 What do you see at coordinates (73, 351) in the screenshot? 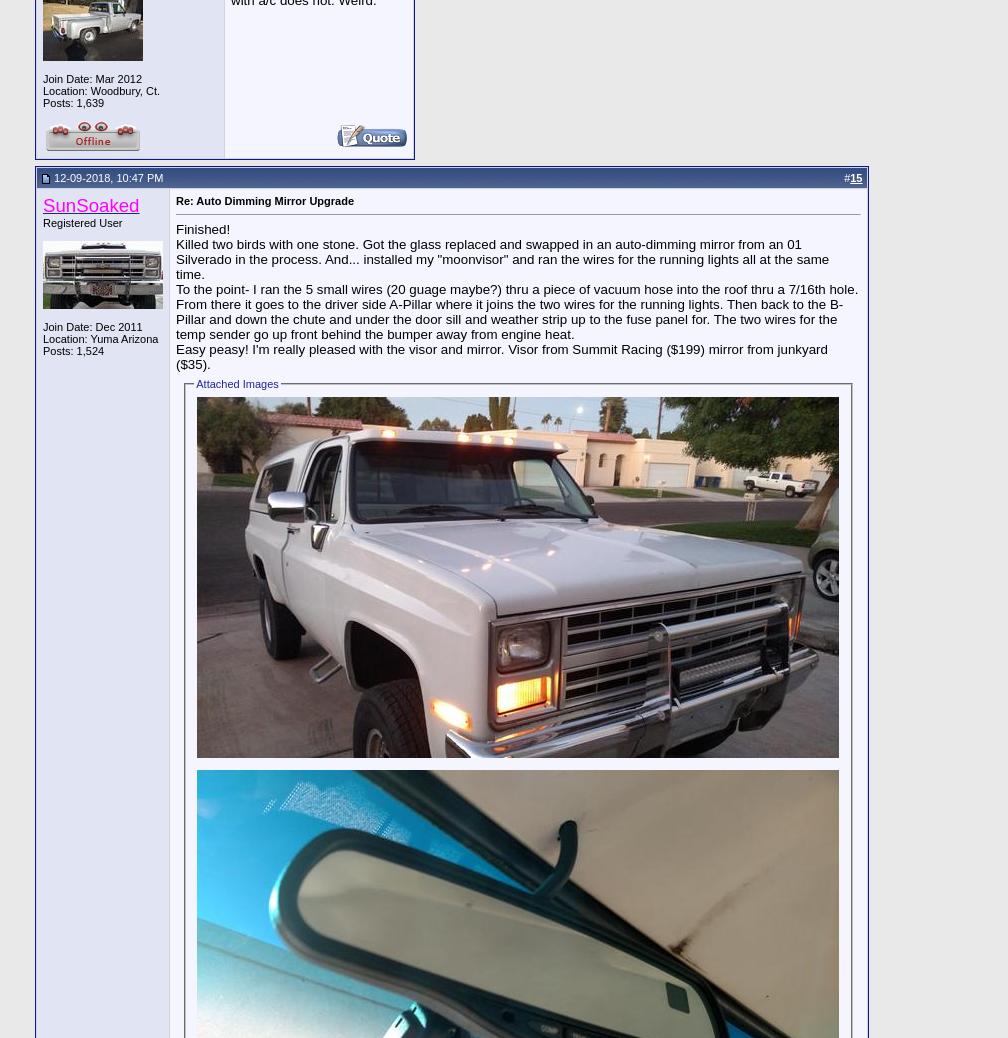
I see `'Posts: 1,524'` at bounding box center [73, 351].